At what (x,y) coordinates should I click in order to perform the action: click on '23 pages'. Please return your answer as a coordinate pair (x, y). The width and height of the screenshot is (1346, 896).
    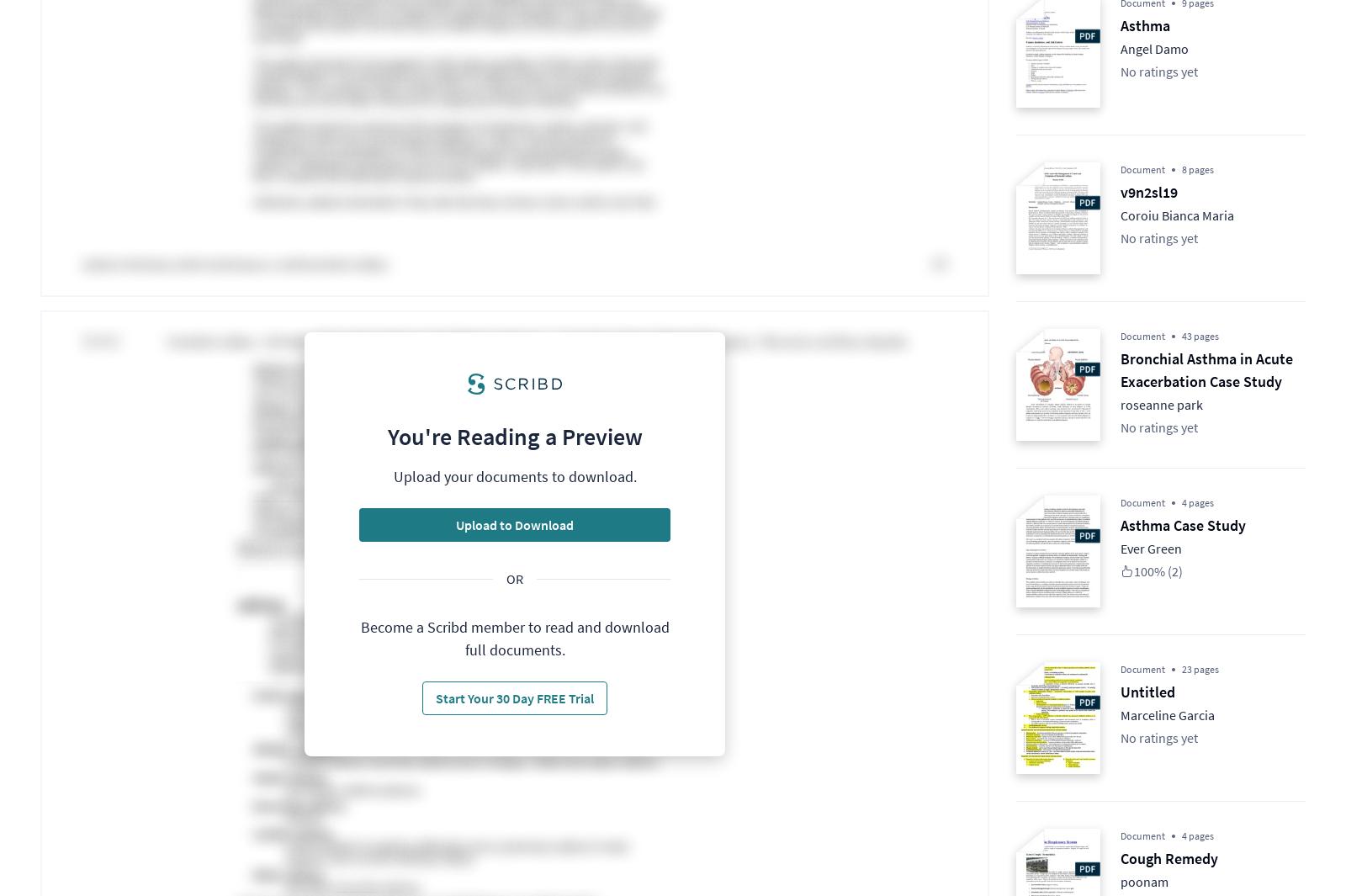
    Looking at the image, I should click on (1200, 669).